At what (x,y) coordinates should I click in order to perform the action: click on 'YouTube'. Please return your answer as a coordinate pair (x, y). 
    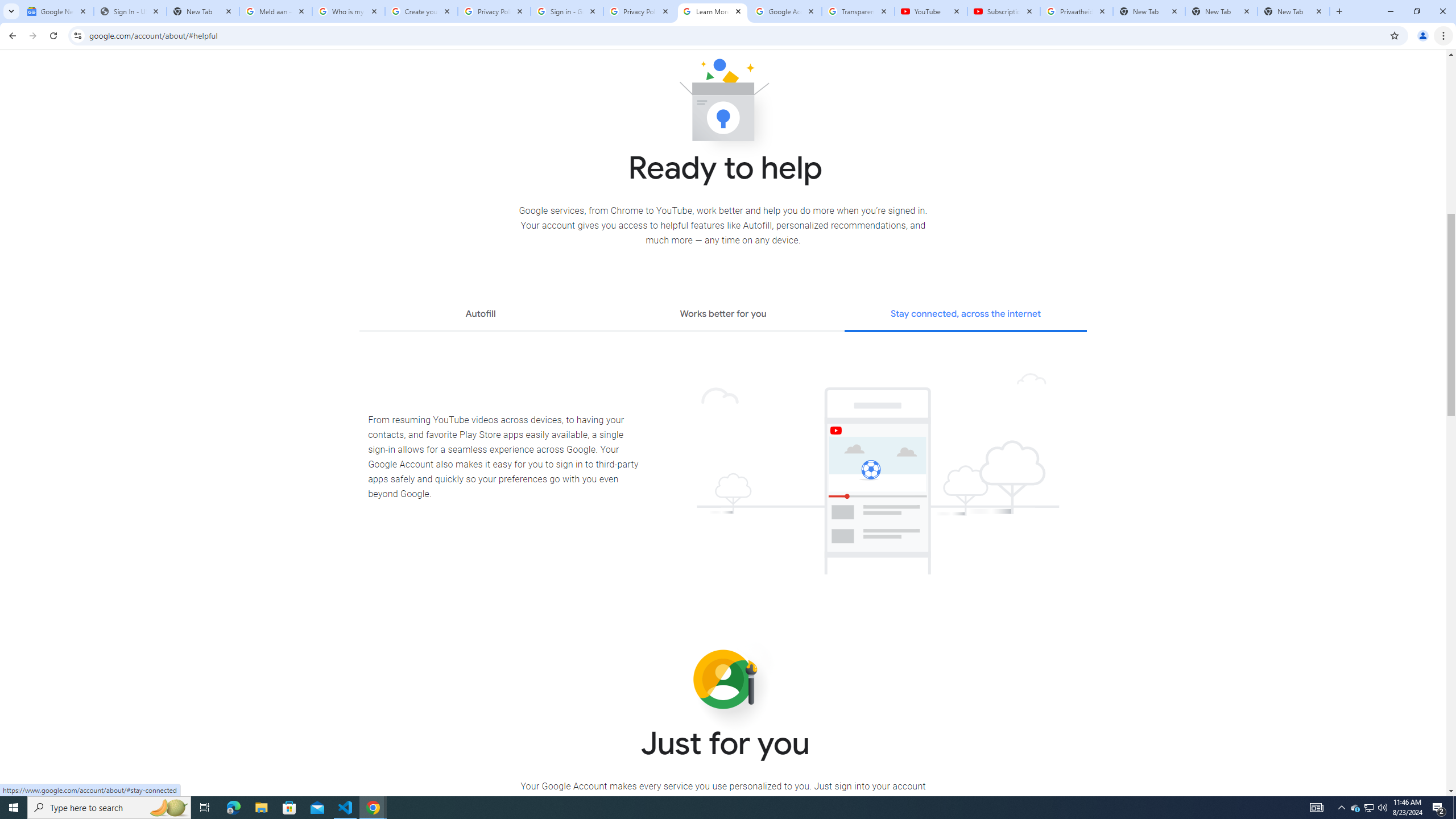
    Looking at the image, I should click on (930, 11).